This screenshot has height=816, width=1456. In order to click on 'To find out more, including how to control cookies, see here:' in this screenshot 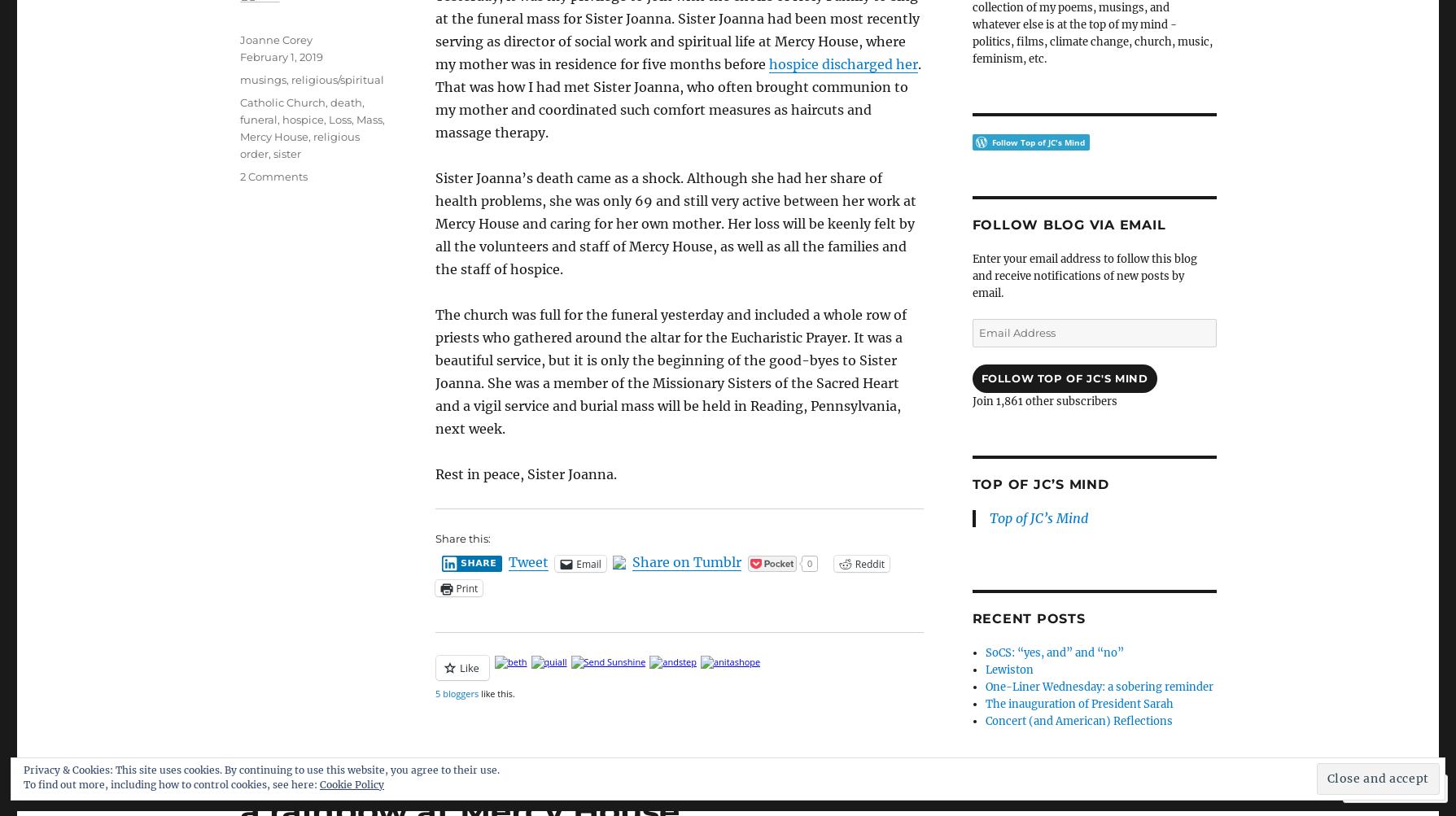, I will do `click(171, 783)`.